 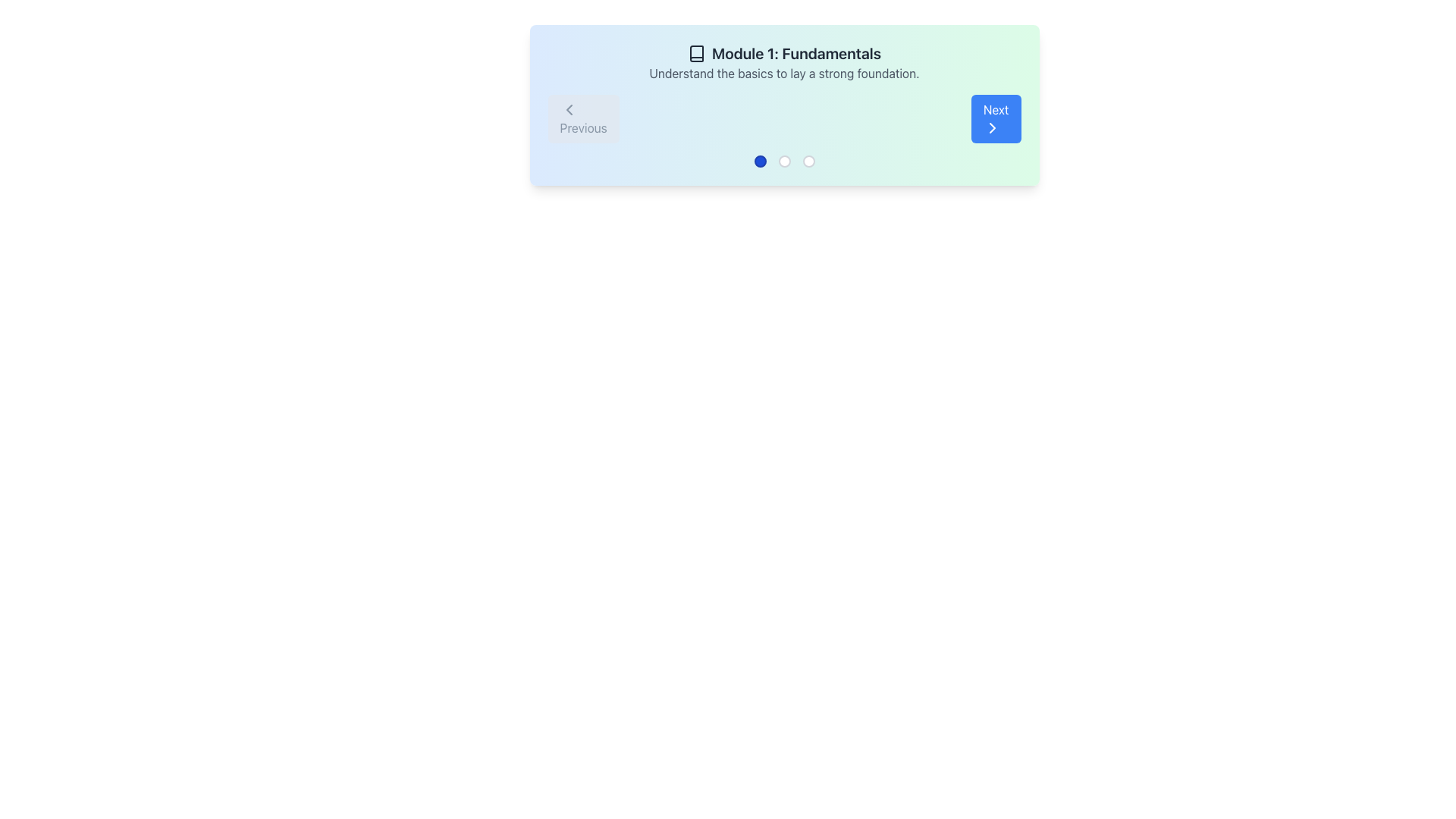 I want to click on the 'Next' button located at the far right of the interface, positioned below 'Module 1: Fundamentals', to proceed to the next step in the workflow, so click(x=996, y=118).